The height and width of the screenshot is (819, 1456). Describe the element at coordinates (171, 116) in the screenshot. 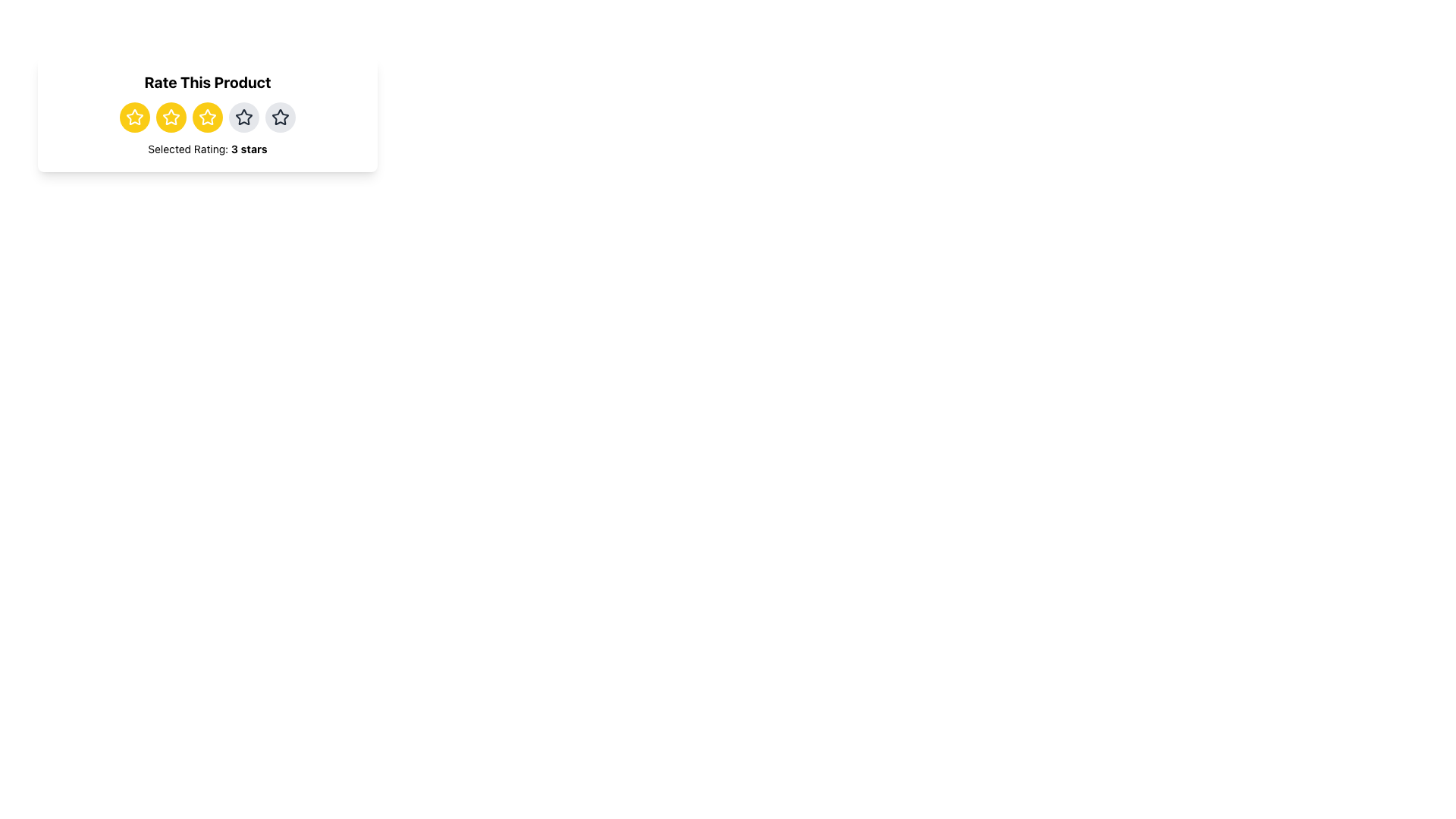

I see `the third rating button in a group of five buttons` at that location.